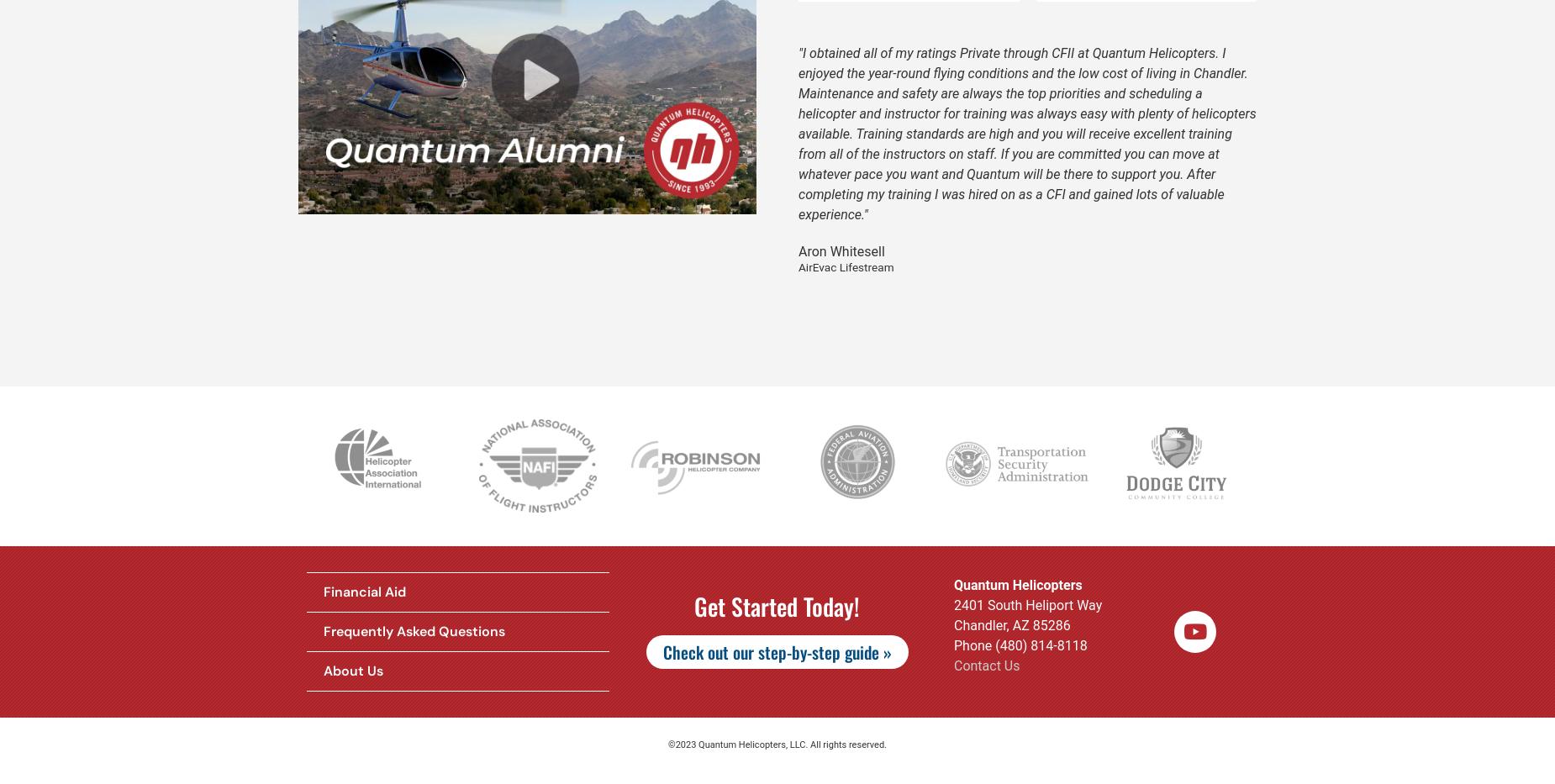 This screenshot has height=784, width=1555. I want to click on 'Phone (480) 814-8118', so click(1019, 644).